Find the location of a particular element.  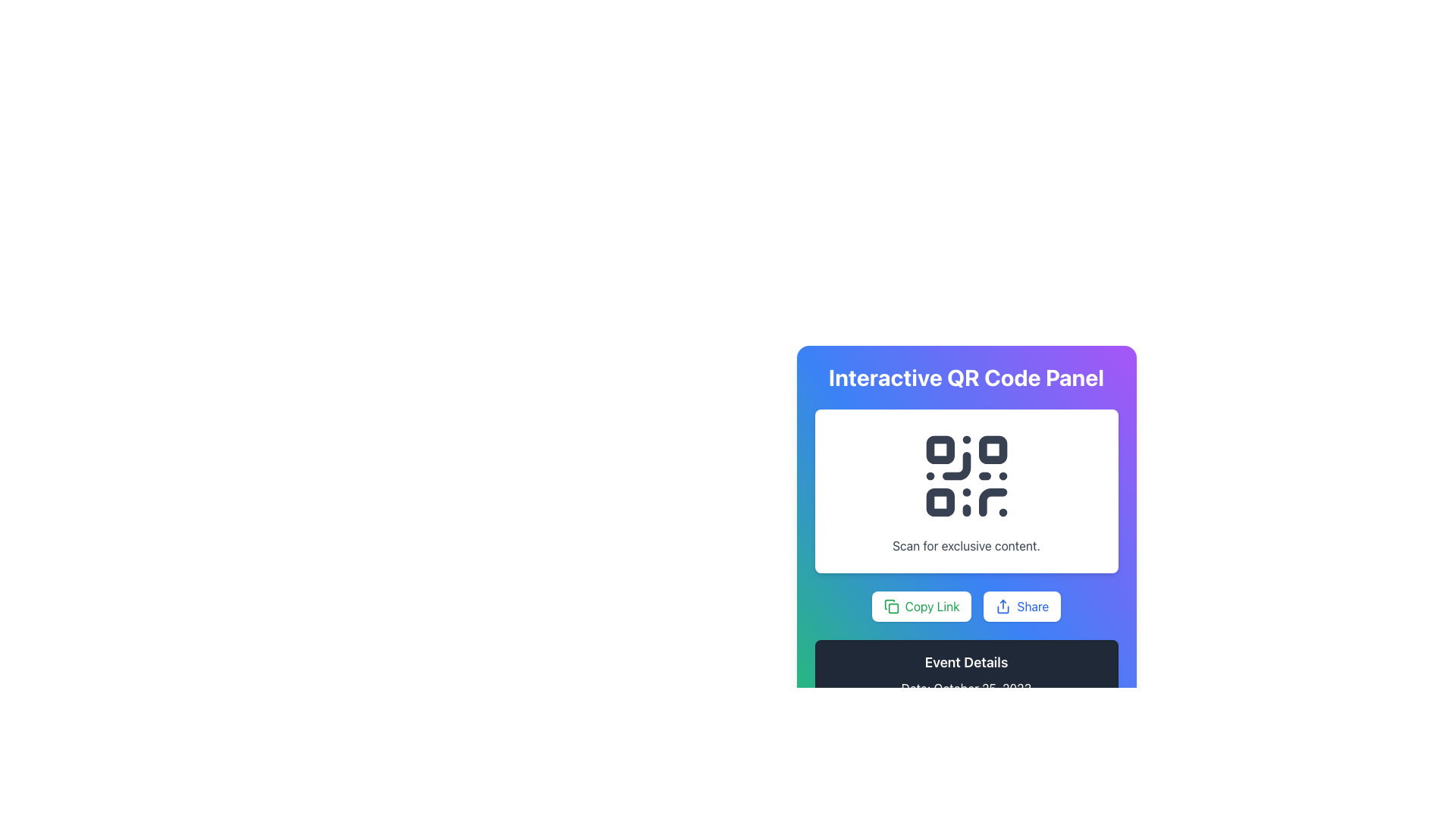

the small rectangular shape with rounded corners that is part of an SVG icon, located to the left of the 'Copy Link' button in the bottom section of the panel beneath the QR code is located at coordinates (893, 607).